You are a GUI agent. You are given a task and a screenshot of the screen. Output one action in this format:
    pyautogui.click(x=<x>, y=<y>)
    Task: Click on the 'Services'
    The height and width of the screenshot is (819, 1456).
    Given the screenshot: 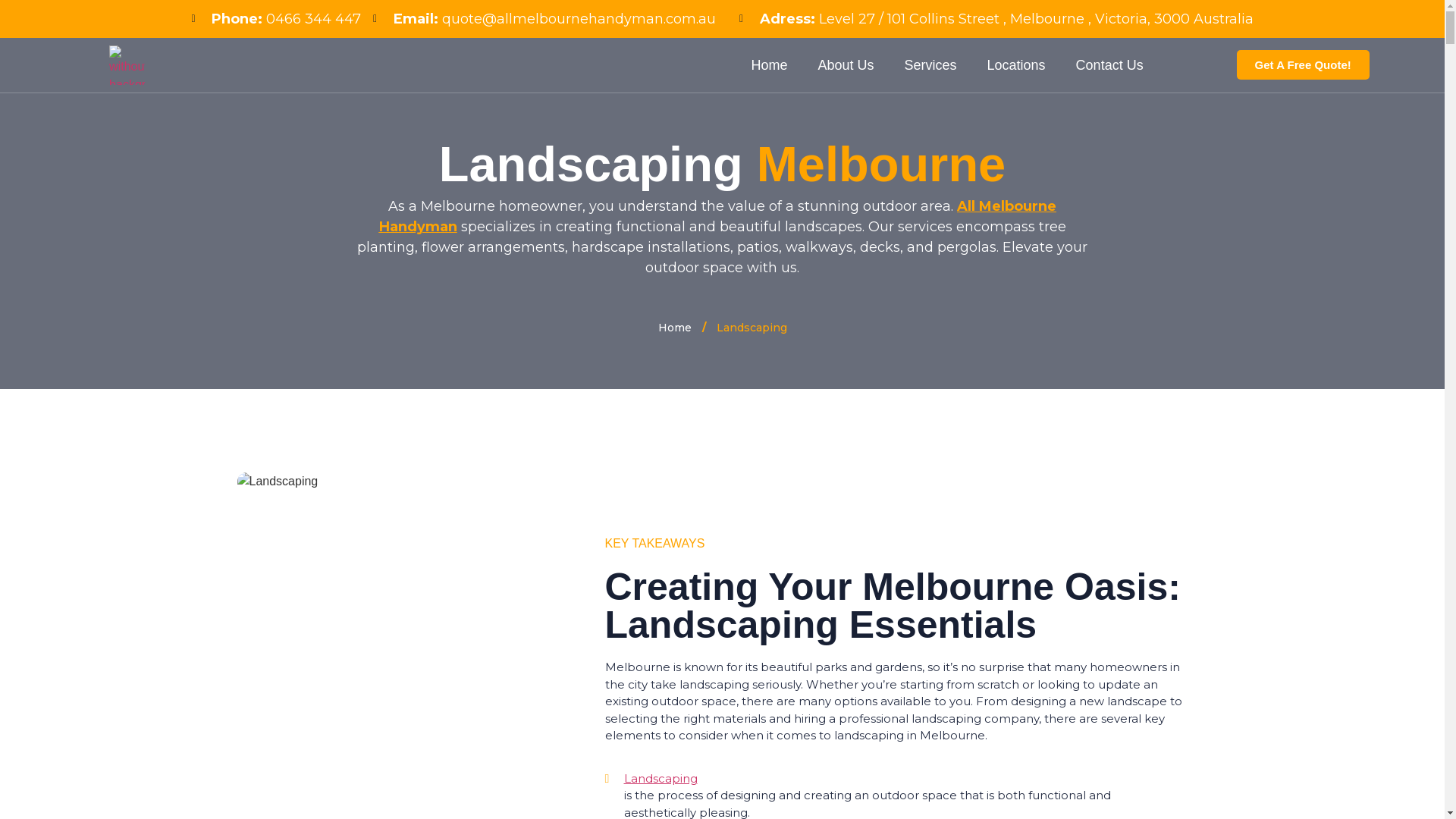 What is the action you would take?
    pyautogui.click(x=930, y=64)
    